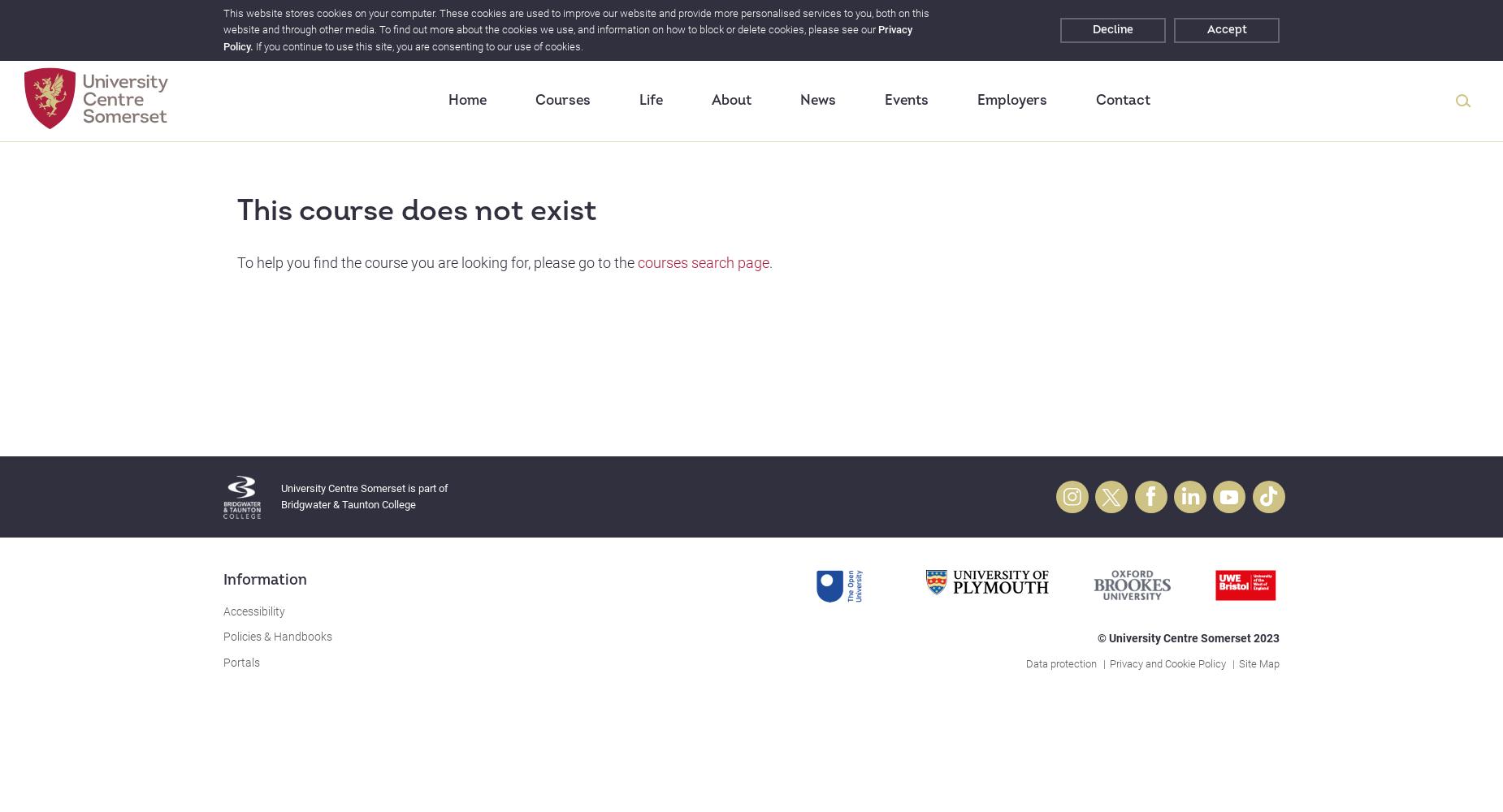 The image size is (1503, 812). Describe the element at coordinates (253, 611) in the screenshot. I see `'Accessibility'` at that location.